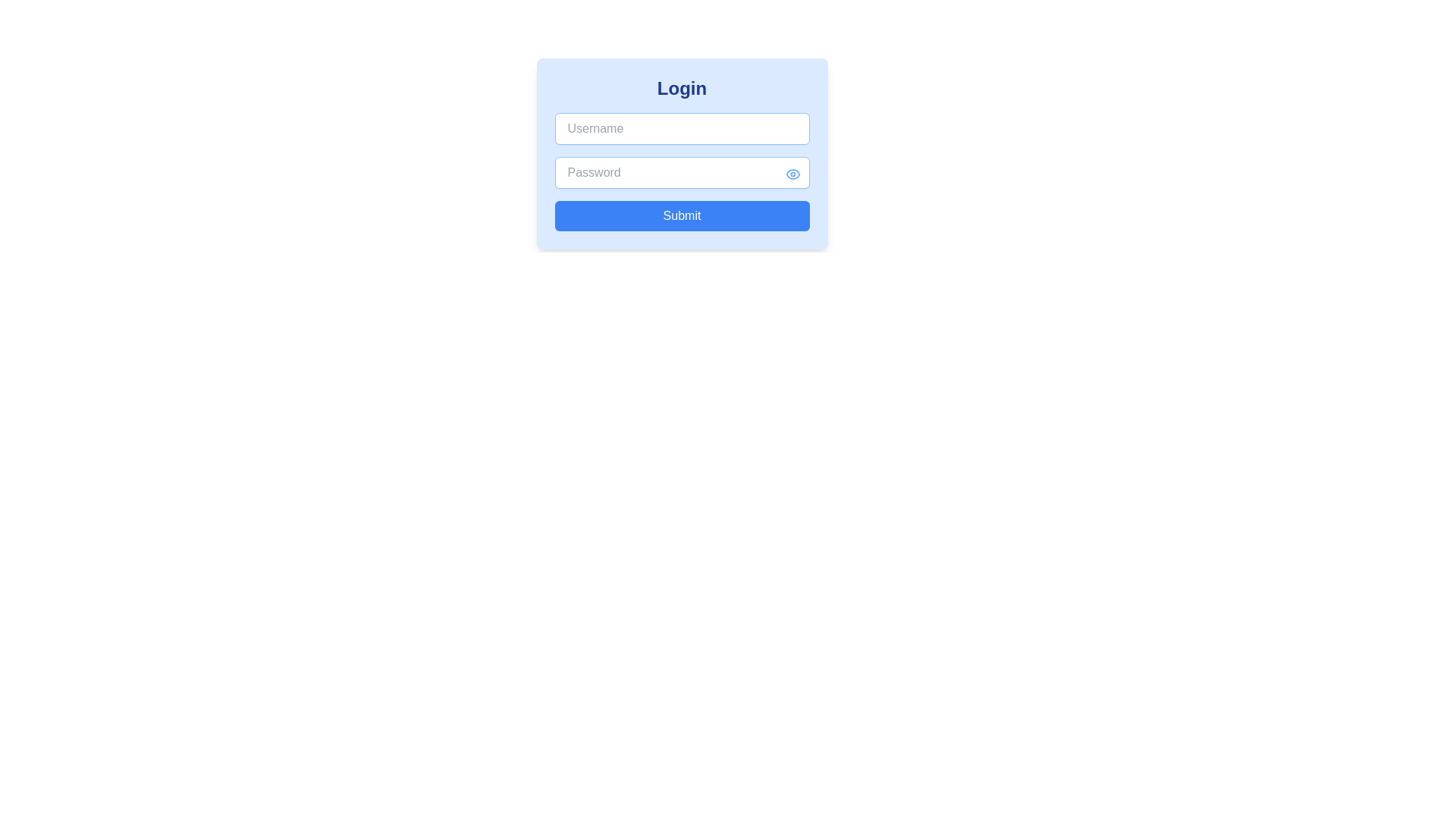 Image resolution: width=1456 pixels, height=819 pixels. I want to click on the text input field located in the middle section of the login form that features rounded borders and a light background, positioned below the 'Username' field and above the 'Submit' button, so click(681, 154).